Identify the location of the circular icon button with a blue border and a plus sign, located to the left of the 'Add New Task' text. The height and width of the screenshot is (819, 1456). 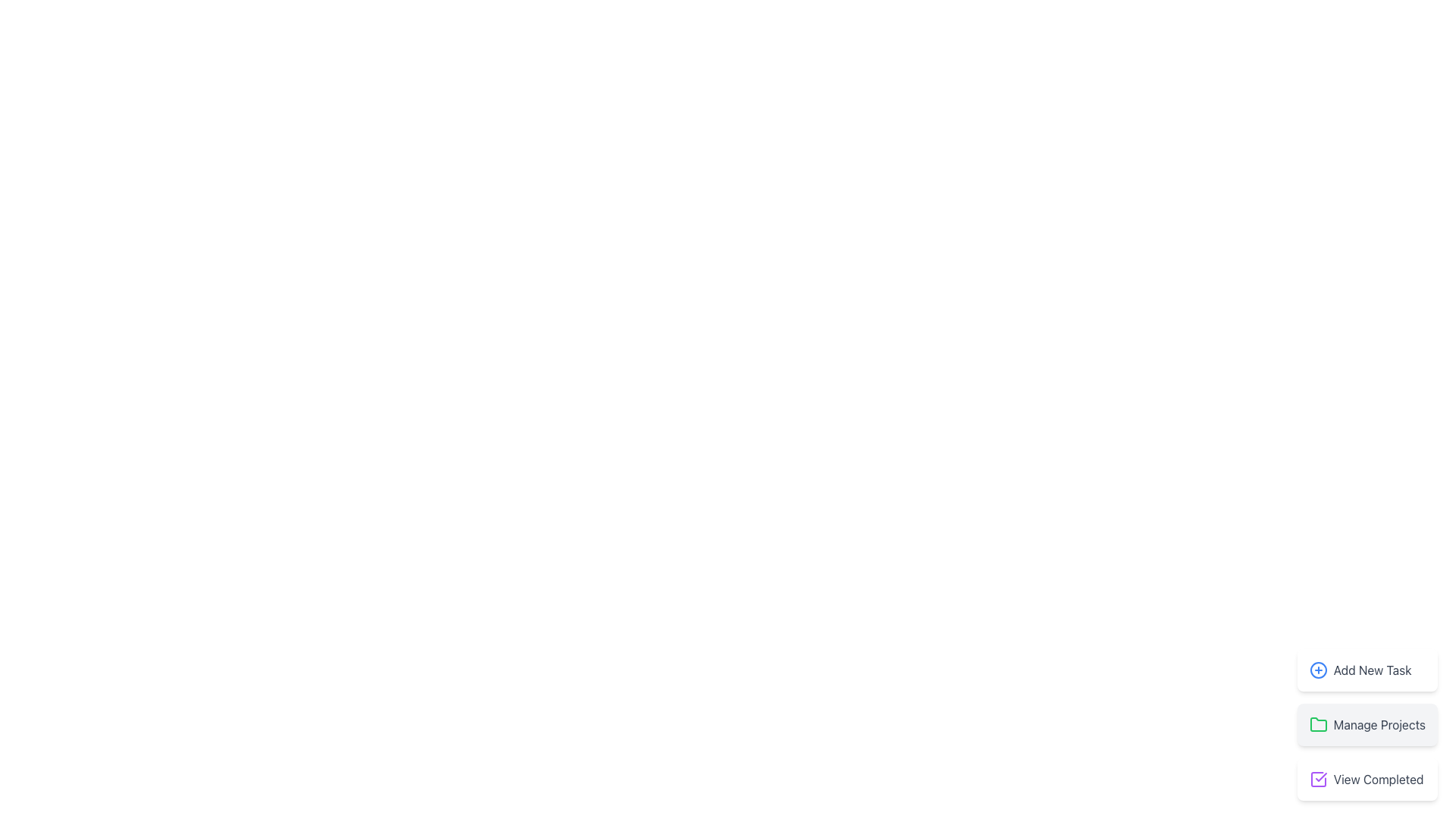
(1317, 669).